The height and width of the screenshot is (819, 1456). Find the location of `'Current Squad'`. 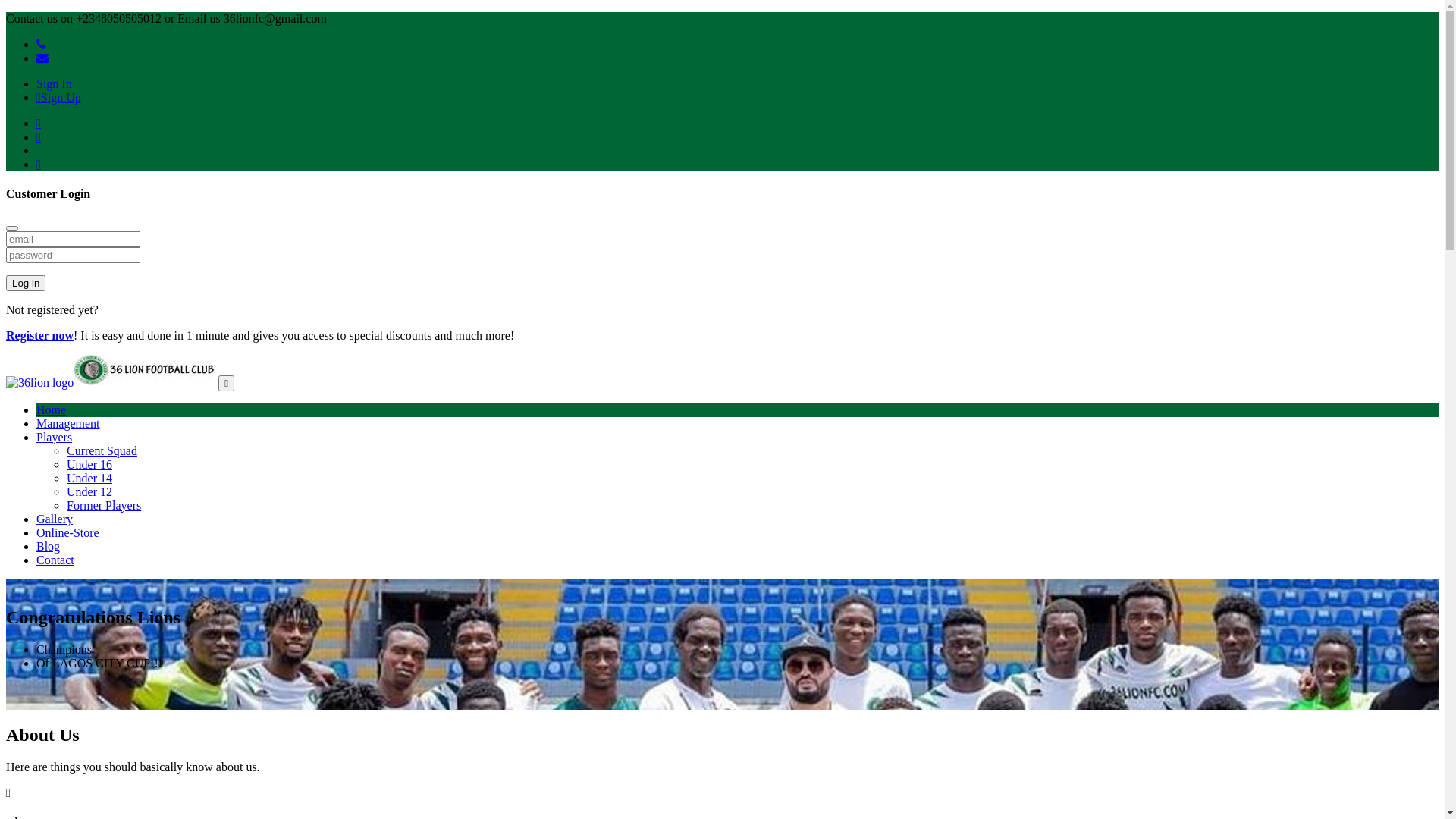

'Current Squad' is located at coordinates (65, 450).